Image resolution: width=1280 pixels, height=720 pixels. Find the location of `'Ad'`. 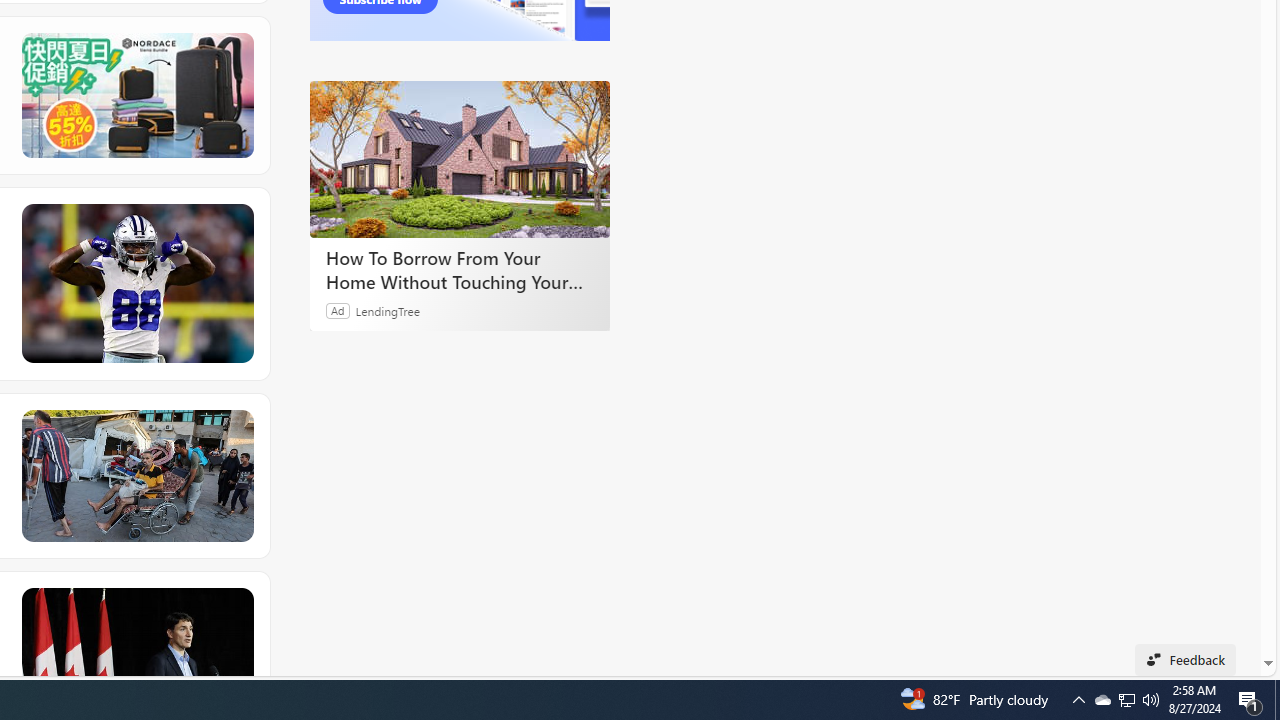

'Ad' is located at coordinates (338, 310).